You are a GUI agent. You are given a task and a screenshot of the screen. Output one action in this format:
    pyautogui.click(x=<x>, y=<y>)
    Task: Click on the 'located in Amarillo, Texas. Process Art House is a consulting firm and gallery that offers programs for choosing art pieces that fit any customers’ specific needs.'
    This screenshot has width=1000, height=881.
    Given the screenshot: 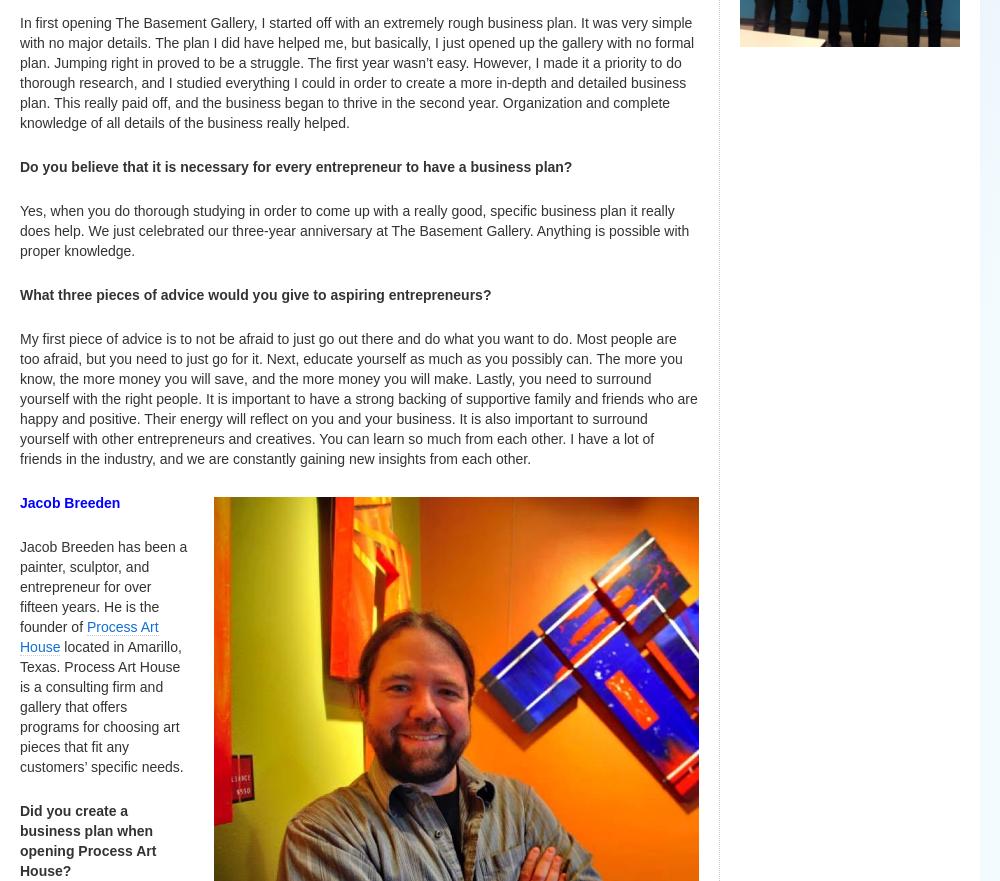 What is the action you would take?
    pyautogui.click(x=100, y=706)
    